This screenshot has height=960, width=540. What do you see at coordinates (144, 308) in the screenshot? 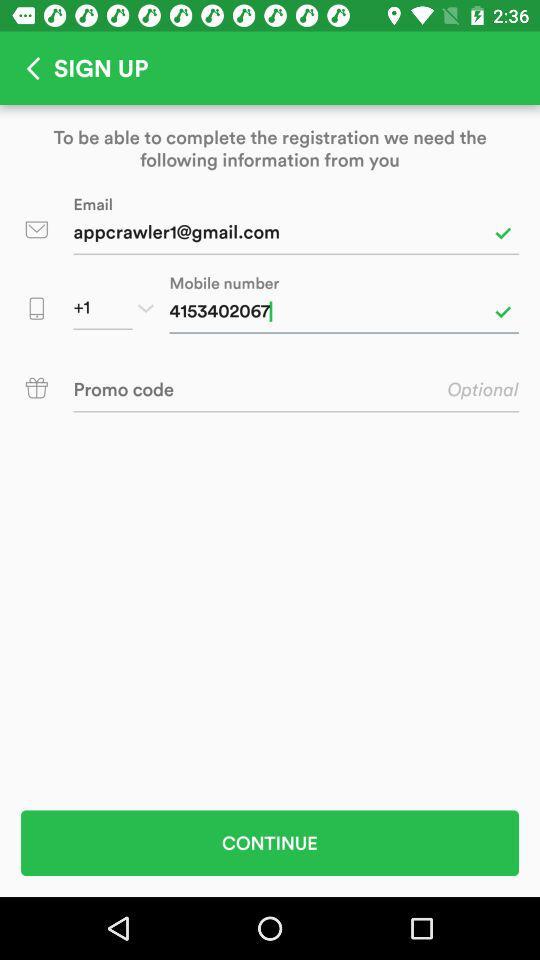
I see `the expand_more icon` at bounding box center [144, 308].